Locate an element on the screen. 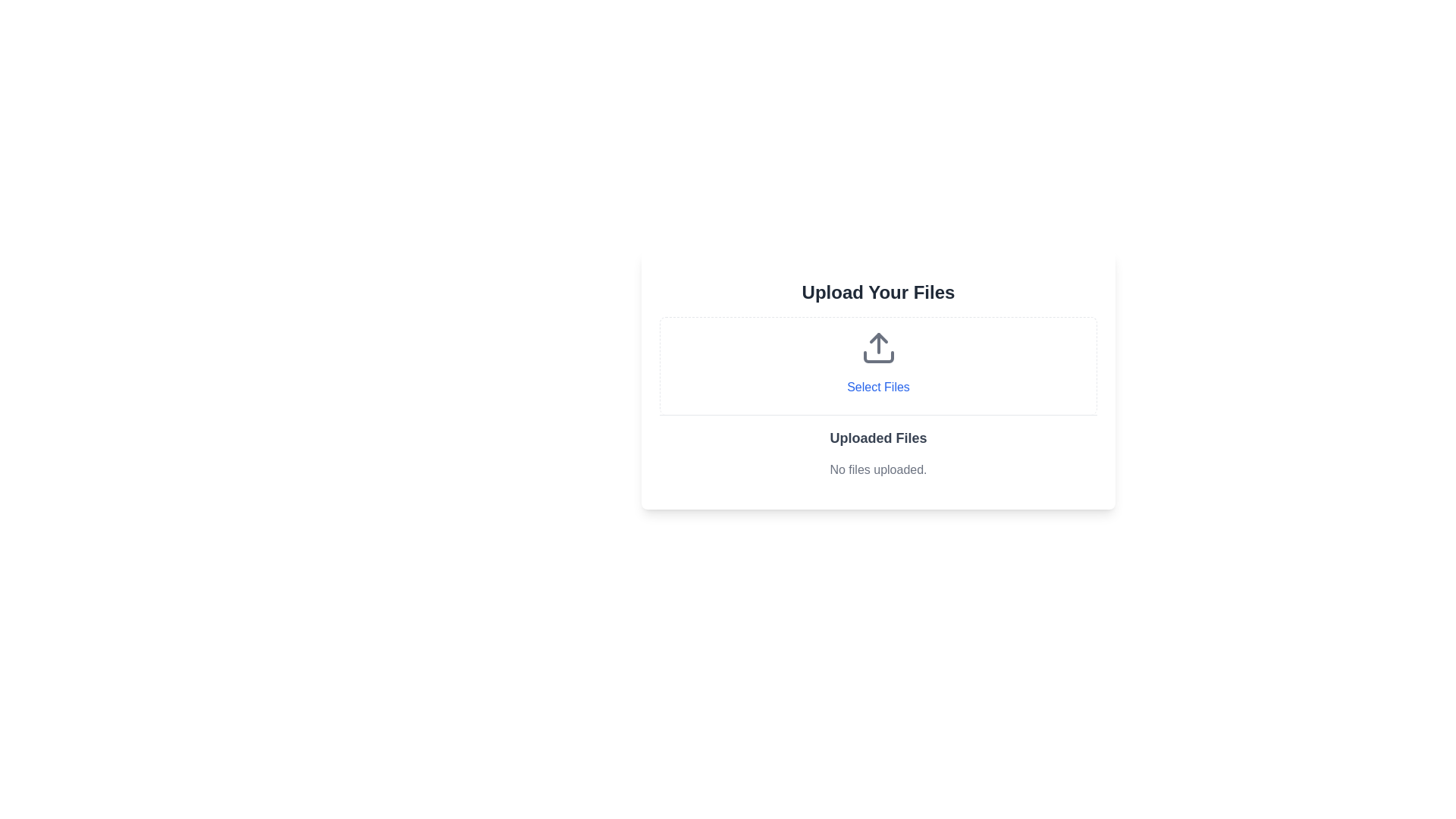 The width and height of the screenshot is (1456, 819). text label that says 'No files uploaded.' which is styled in gray and positioned below the title 'Uploaded Files' is located at coordinates (878, 469).